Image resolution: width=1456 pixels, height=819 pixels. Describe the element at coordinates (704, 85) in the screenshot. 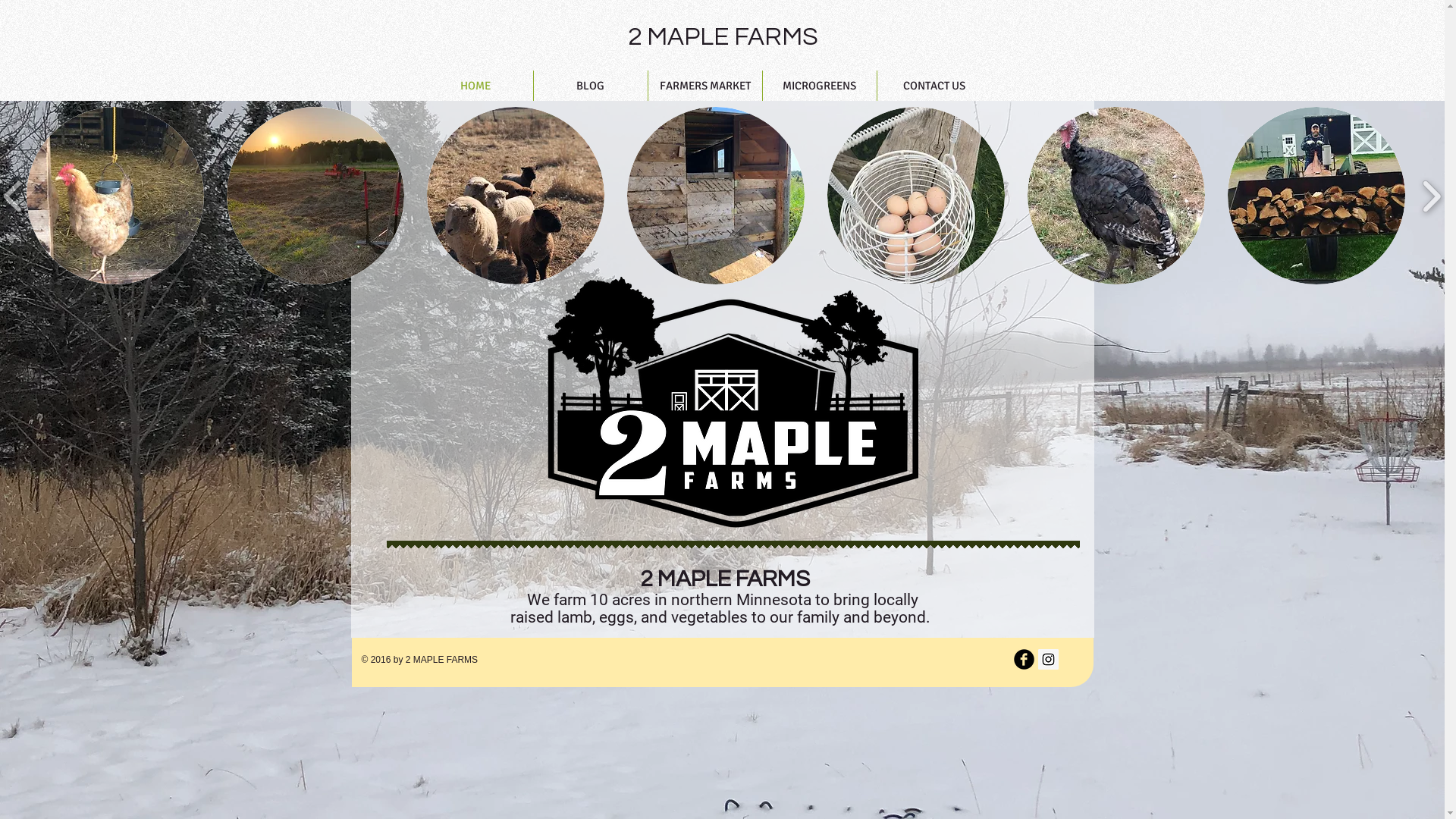

I see `'FARMERS MARKET'` at that location.